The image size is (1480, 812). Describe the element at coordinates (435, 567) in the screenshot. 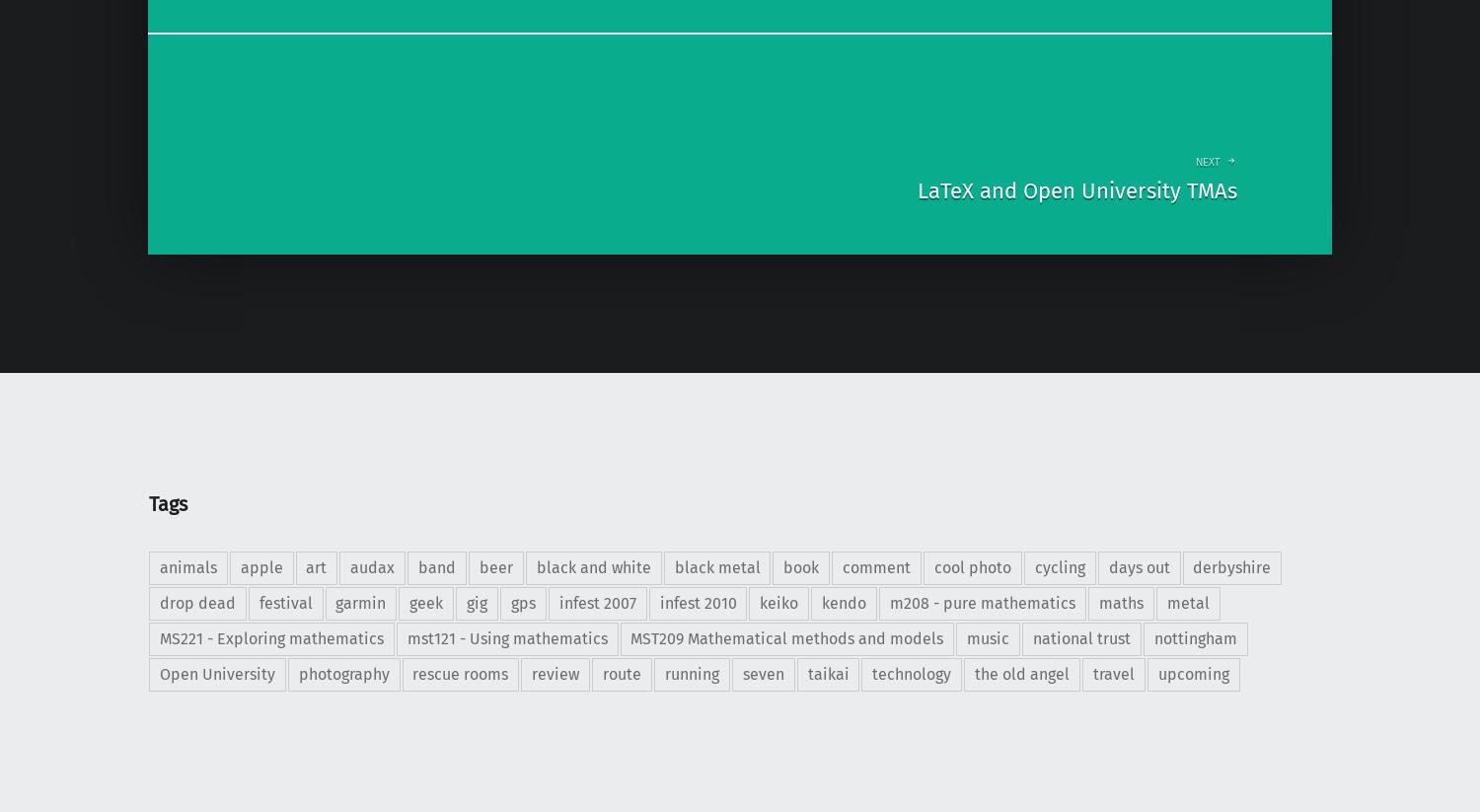

I see `'band'` at that location.